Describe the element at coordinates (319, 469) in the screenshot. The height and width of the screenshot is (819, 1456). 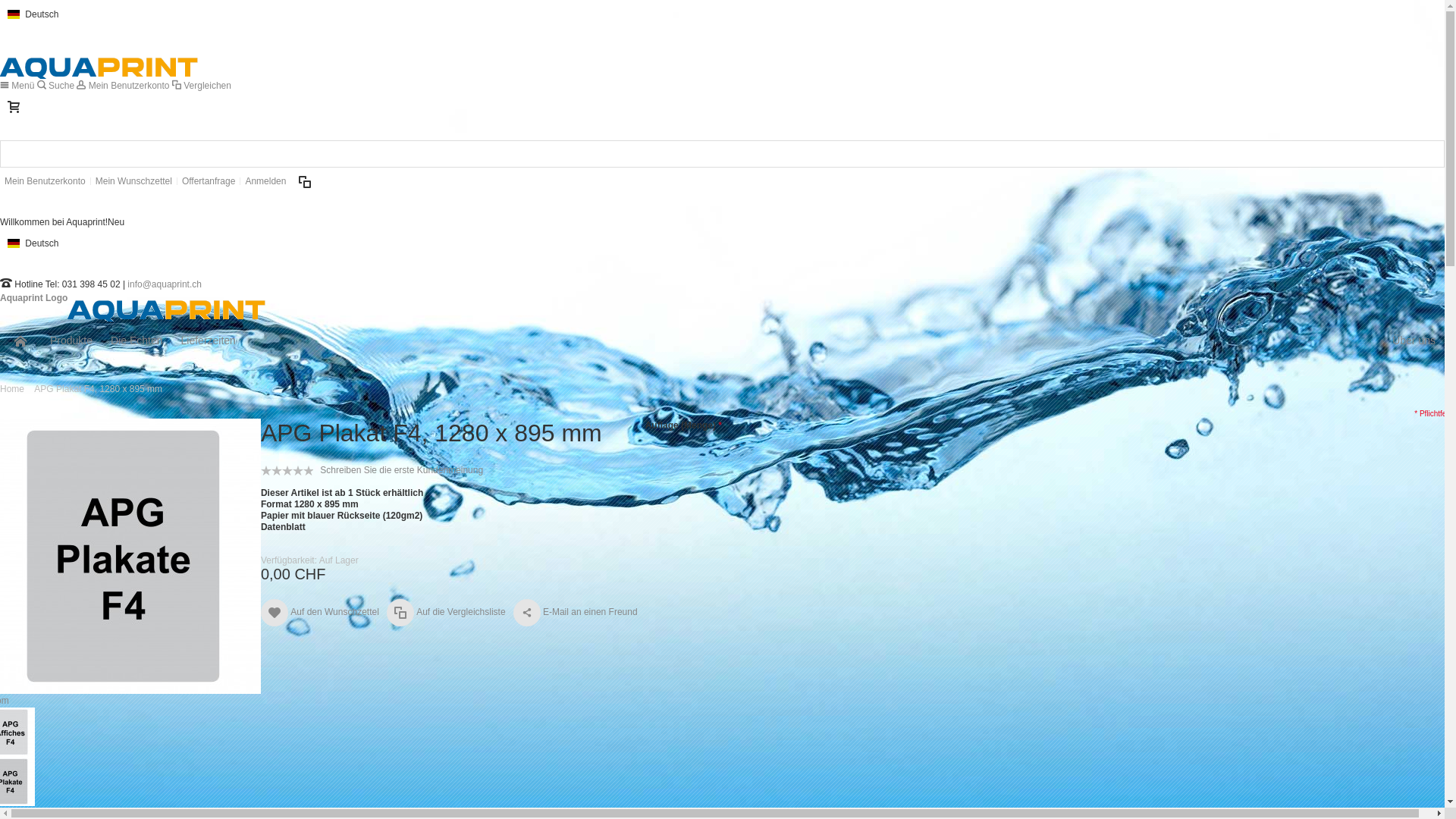
I see `'Schreiben Sie die erste Kundenmeinung'` at that location.